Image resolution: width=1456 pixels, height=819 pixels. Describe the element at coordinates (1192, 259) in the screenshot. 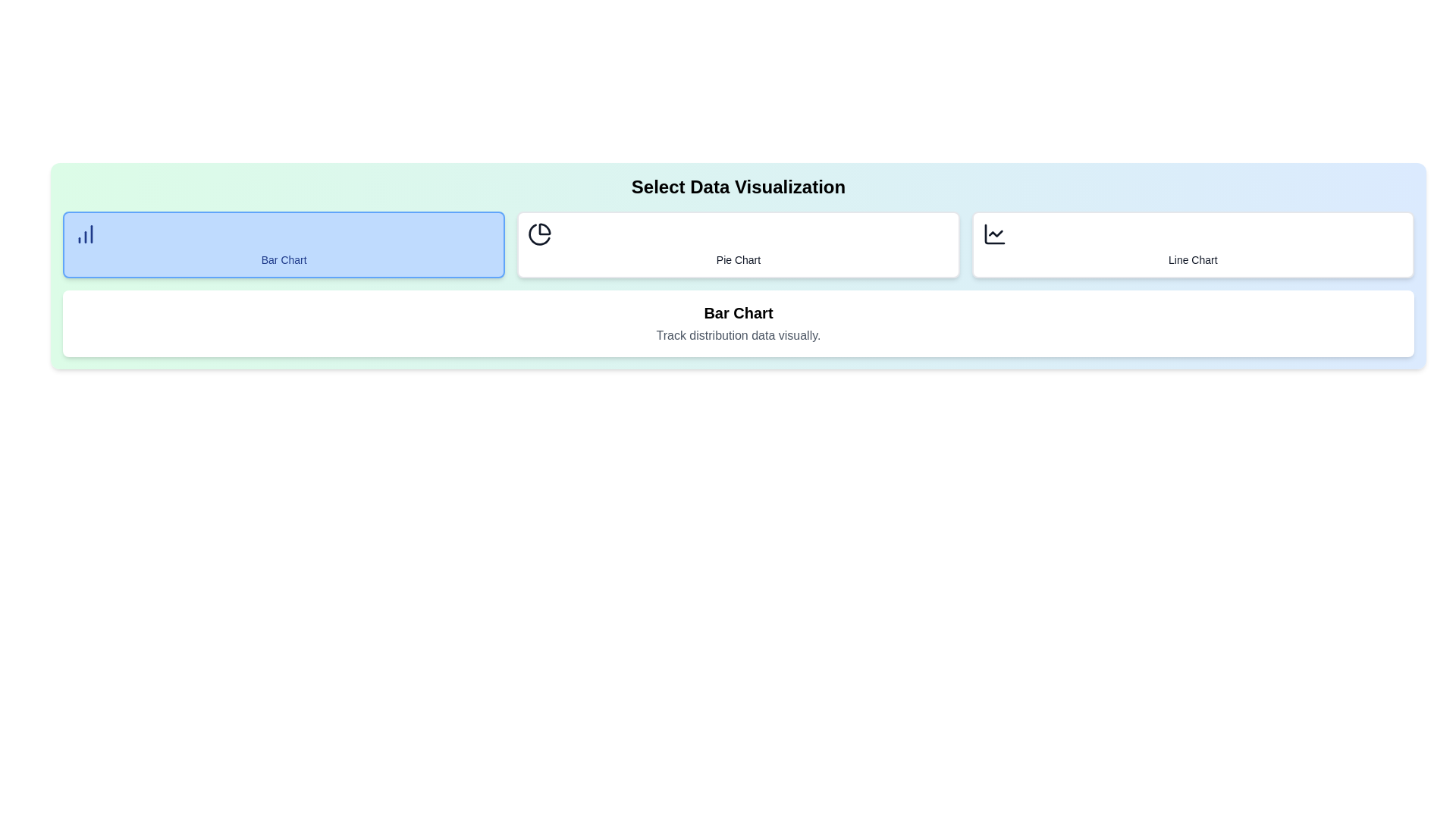

I see `the static text label that says 'Line Chart', which is styled in a small, medium-weight font and located below the line chart icon in the rightmost card of three interactive cards` at that location.